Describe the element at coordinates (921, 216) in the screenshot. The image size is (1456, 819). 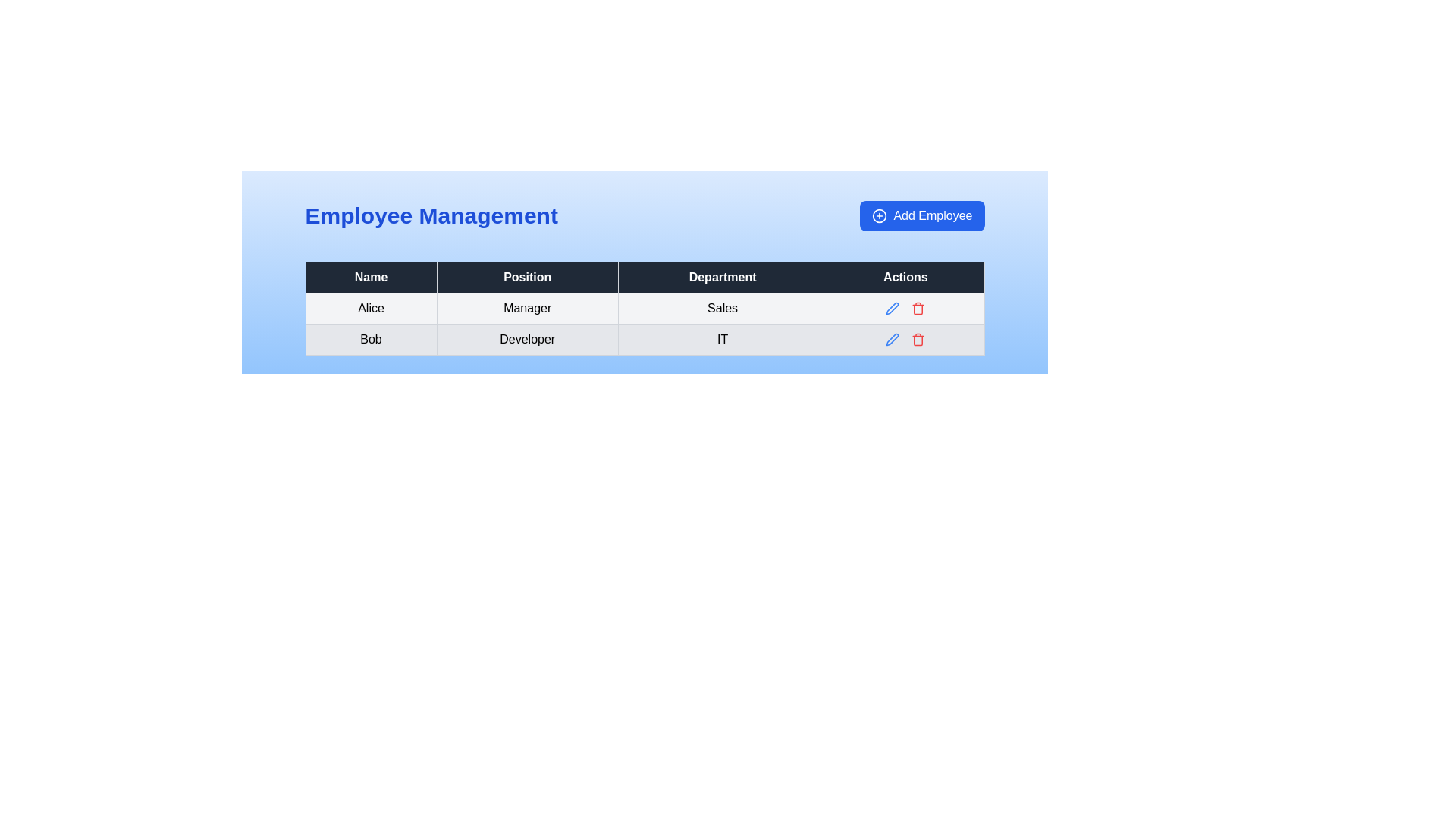
I see `the 'Add Employee' button, which features a blue background, rounded corners, and white text with a '+' icon, located at the upper-right corner of the section next to 'Employee Management'` at that location.